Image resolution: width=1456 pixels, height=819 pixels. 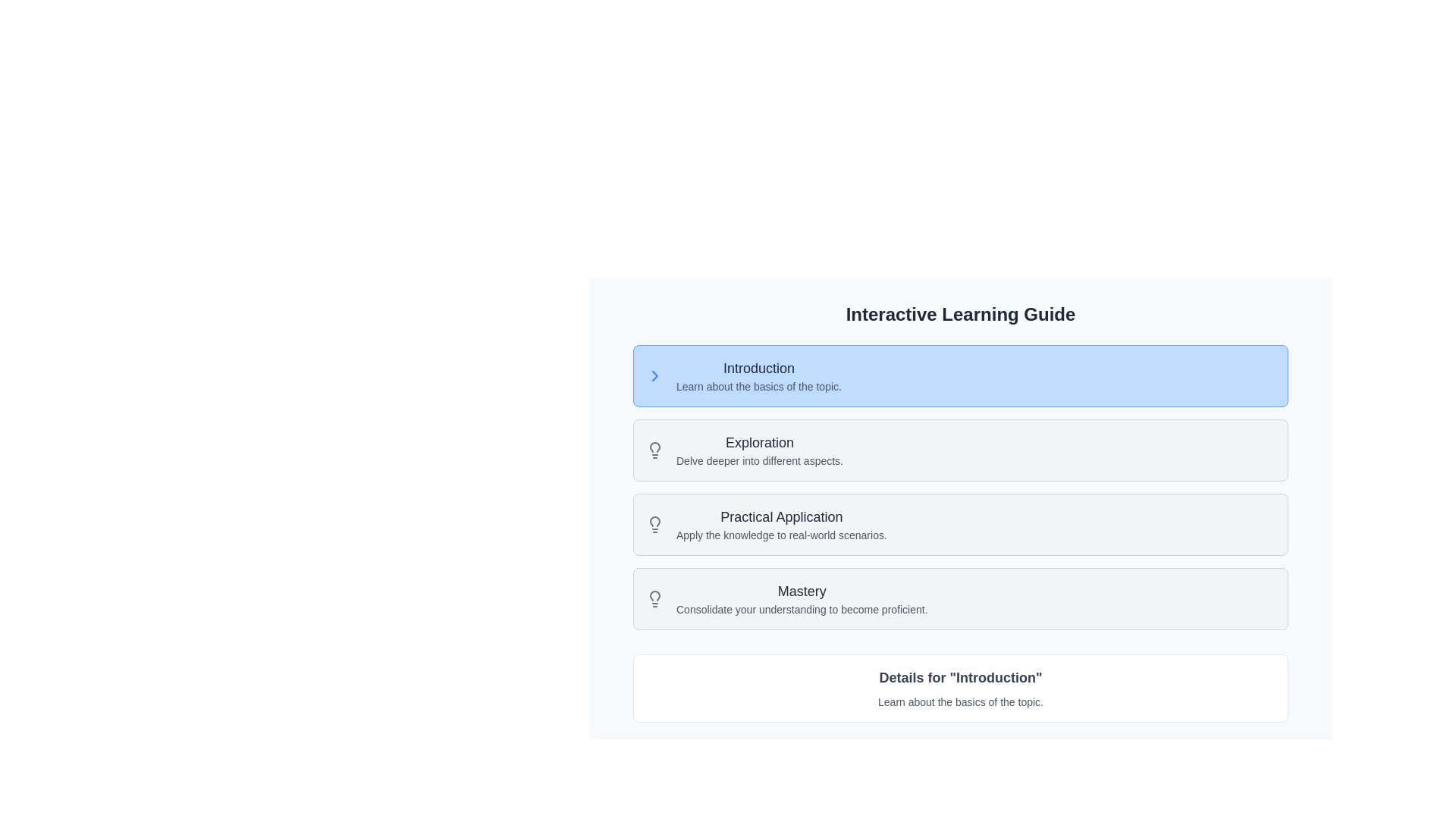 I want to click on the second item in the Interactive List Item, so click(x=960, y=488).